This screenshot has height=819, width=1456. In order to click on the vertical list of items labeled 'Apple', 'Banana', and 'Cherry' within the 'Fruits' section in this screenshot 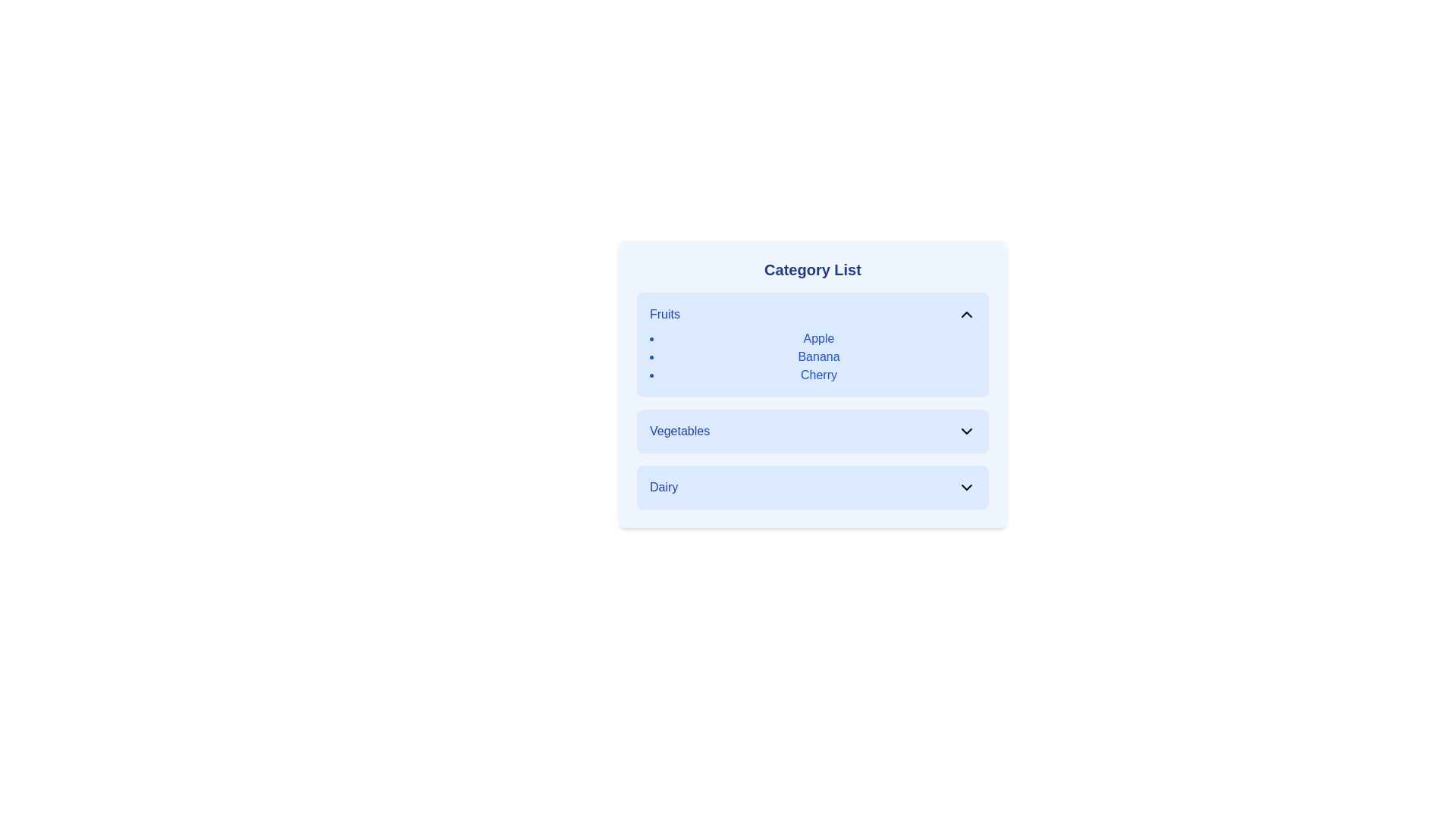, I will do `click(811, 356)`.